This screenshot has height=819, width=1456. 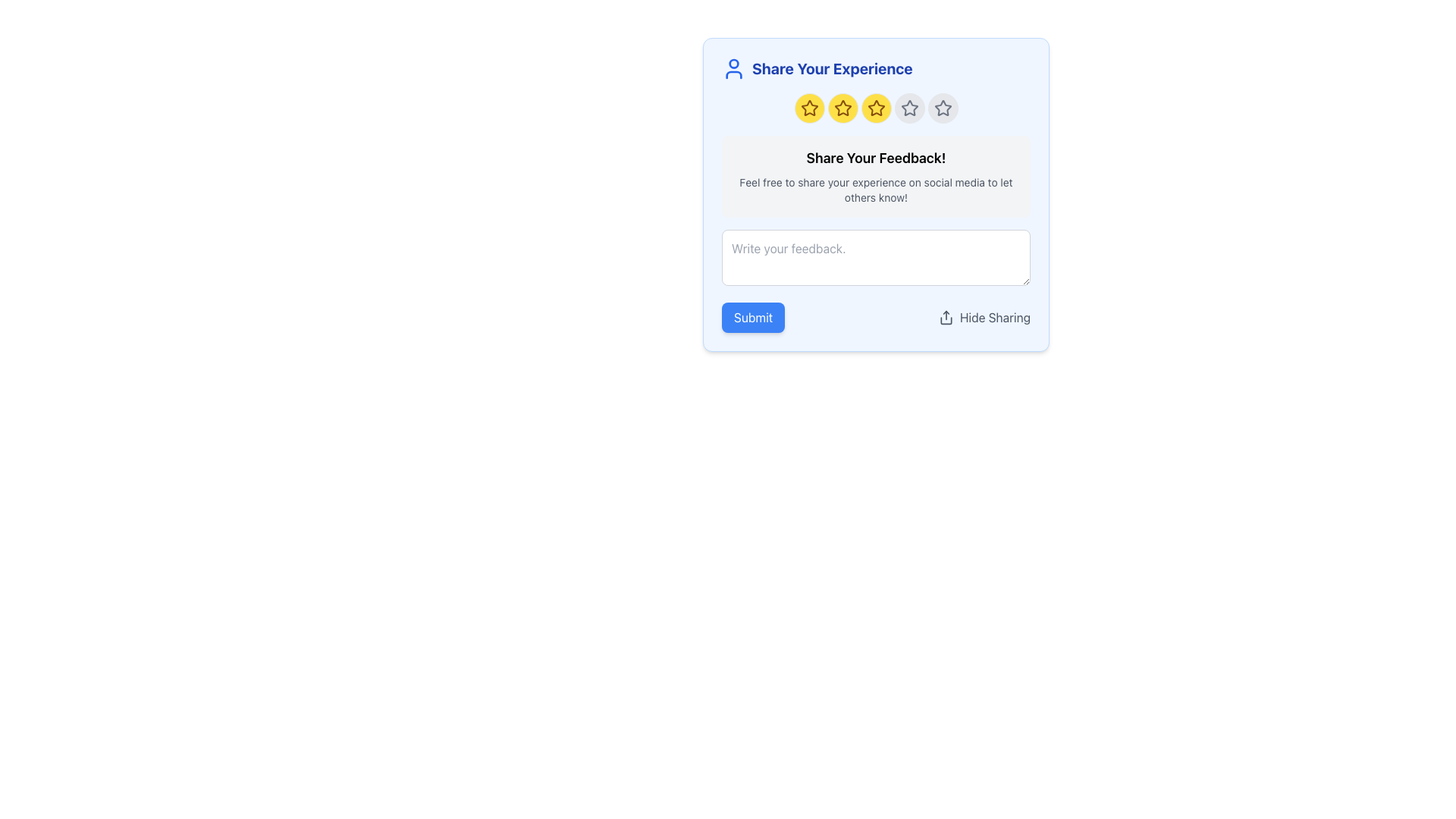 I want to click on the circular button with a light gray background and gray star icon, located at the right end of a row of five buttons in the 'Share Your Experience' feedback section, so click(x=942, y=107).